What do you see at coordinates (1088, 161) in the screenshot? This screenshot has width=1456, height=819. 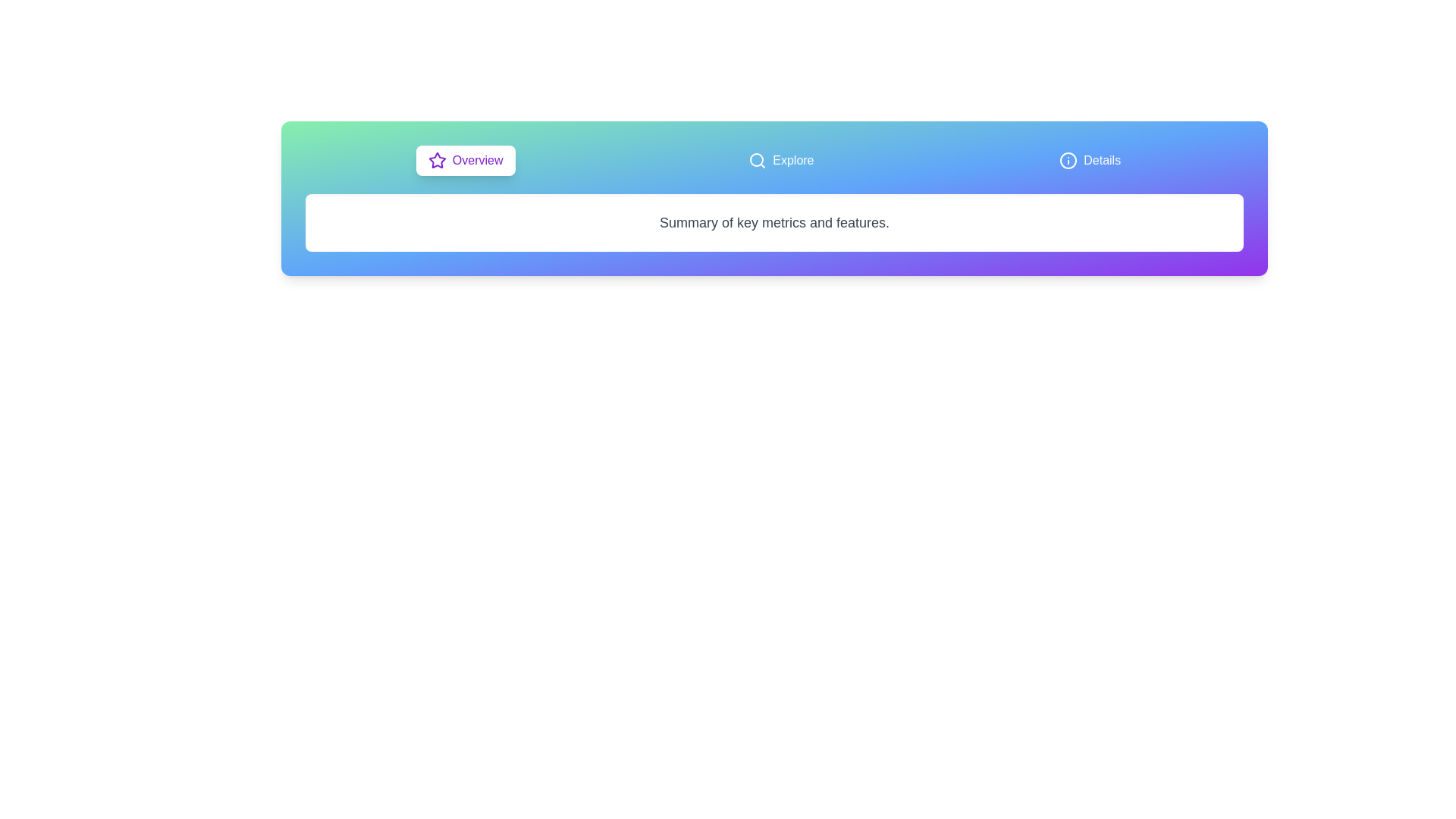 I see `the Details tab to display its content` at bounding box center [1088, 161].